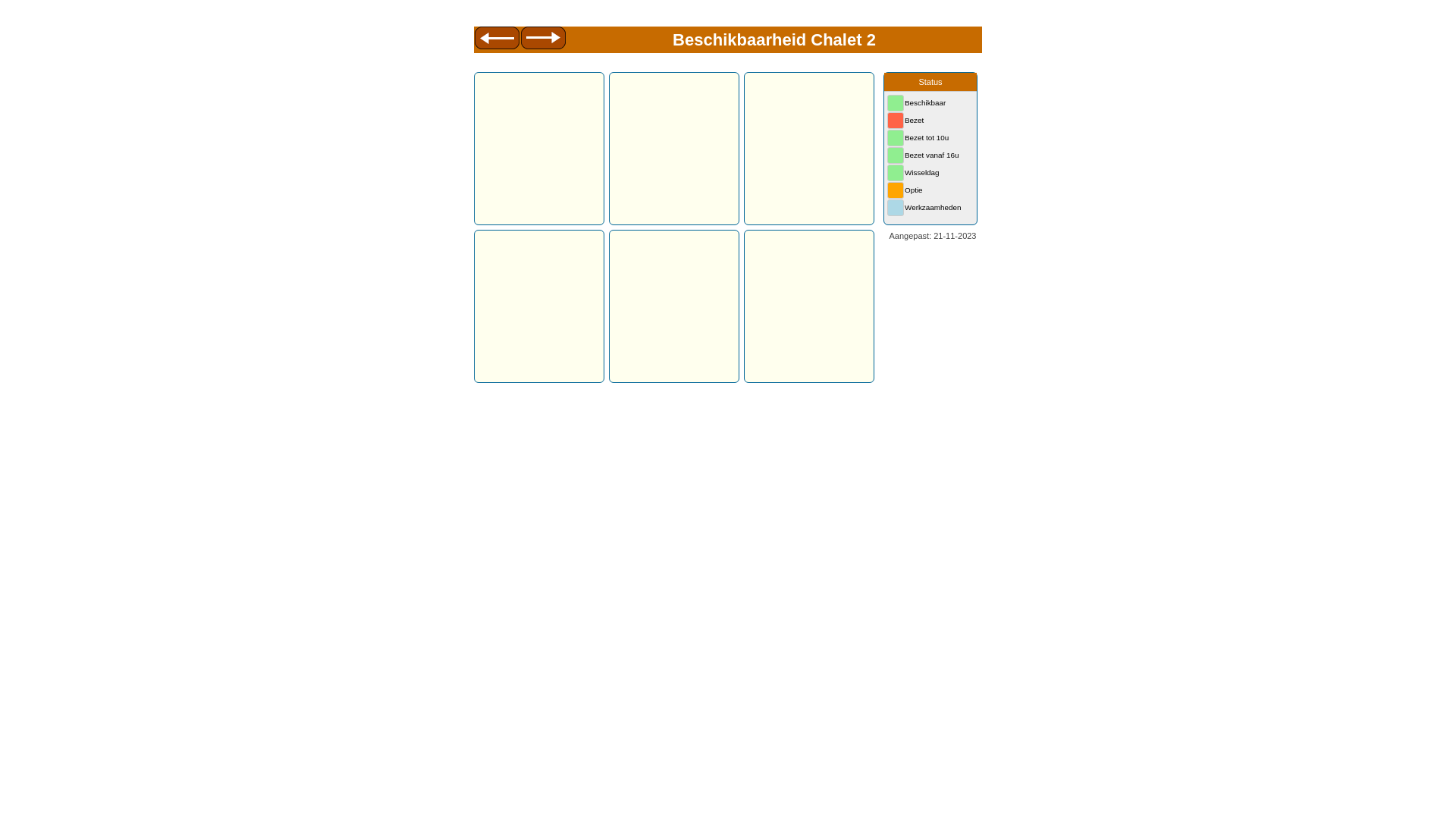 This screenshot has width=1456, height=819. What do you see at coordinates (543, 39) in the screenshot?
I see `'Volgende maanden'` at bounding box center [543, 39].